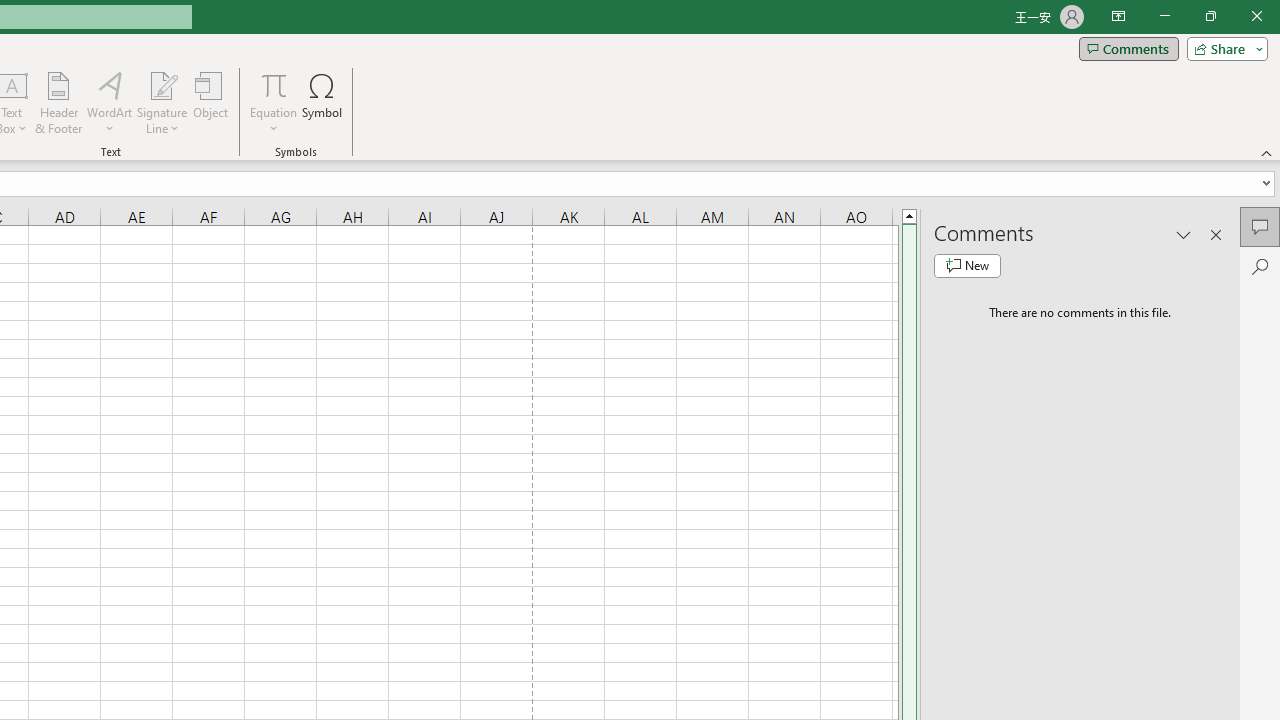 The height and width of the screenshot is (720, 1280). What do you see at coordinates (322, 103) in the screenshot?
I see `'Symbol...'` at bounding box center [322, 103].